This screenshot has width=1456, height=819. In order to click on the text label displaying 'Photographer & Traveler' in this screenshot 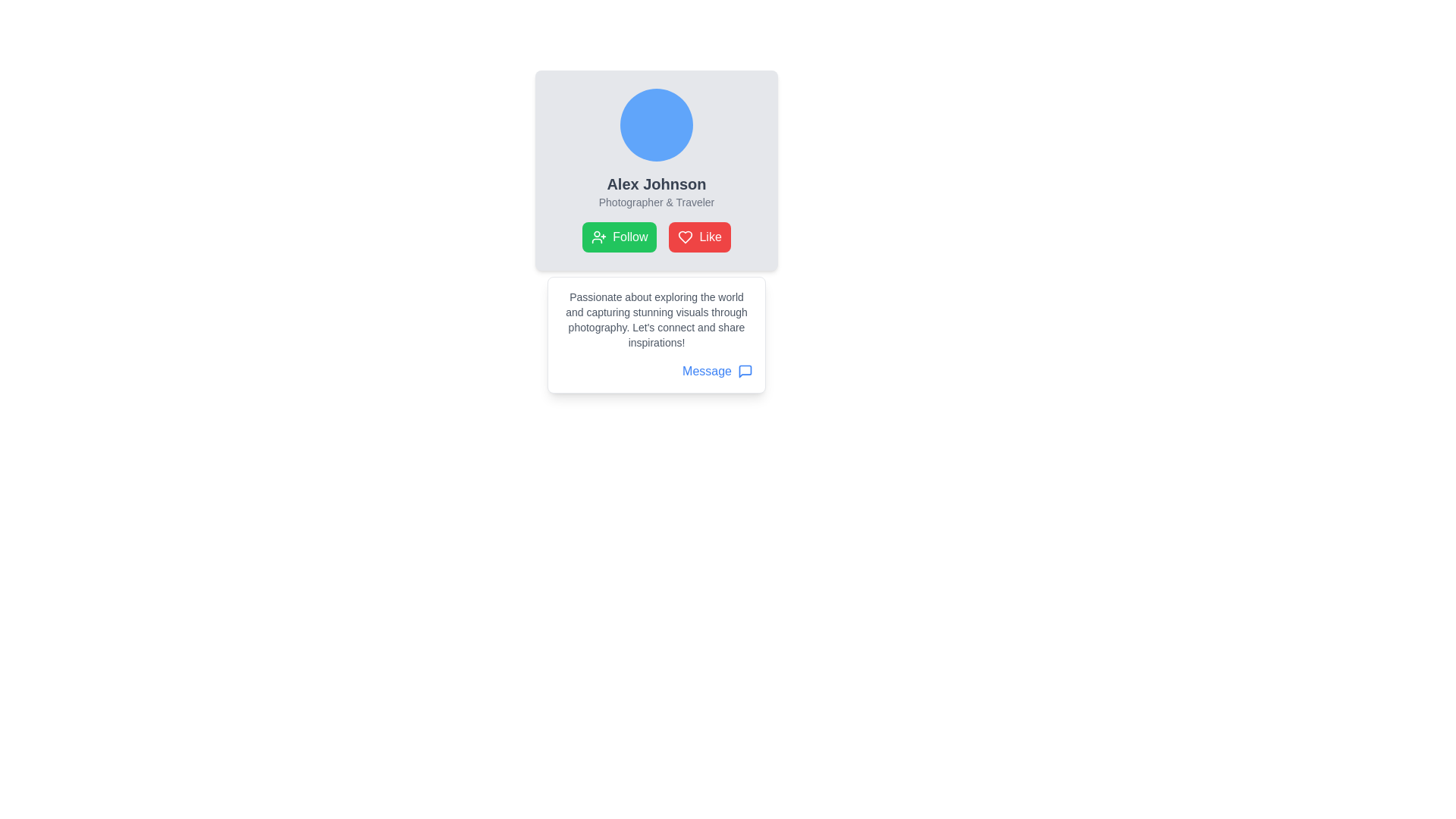, I will do `click(656, 201)`.